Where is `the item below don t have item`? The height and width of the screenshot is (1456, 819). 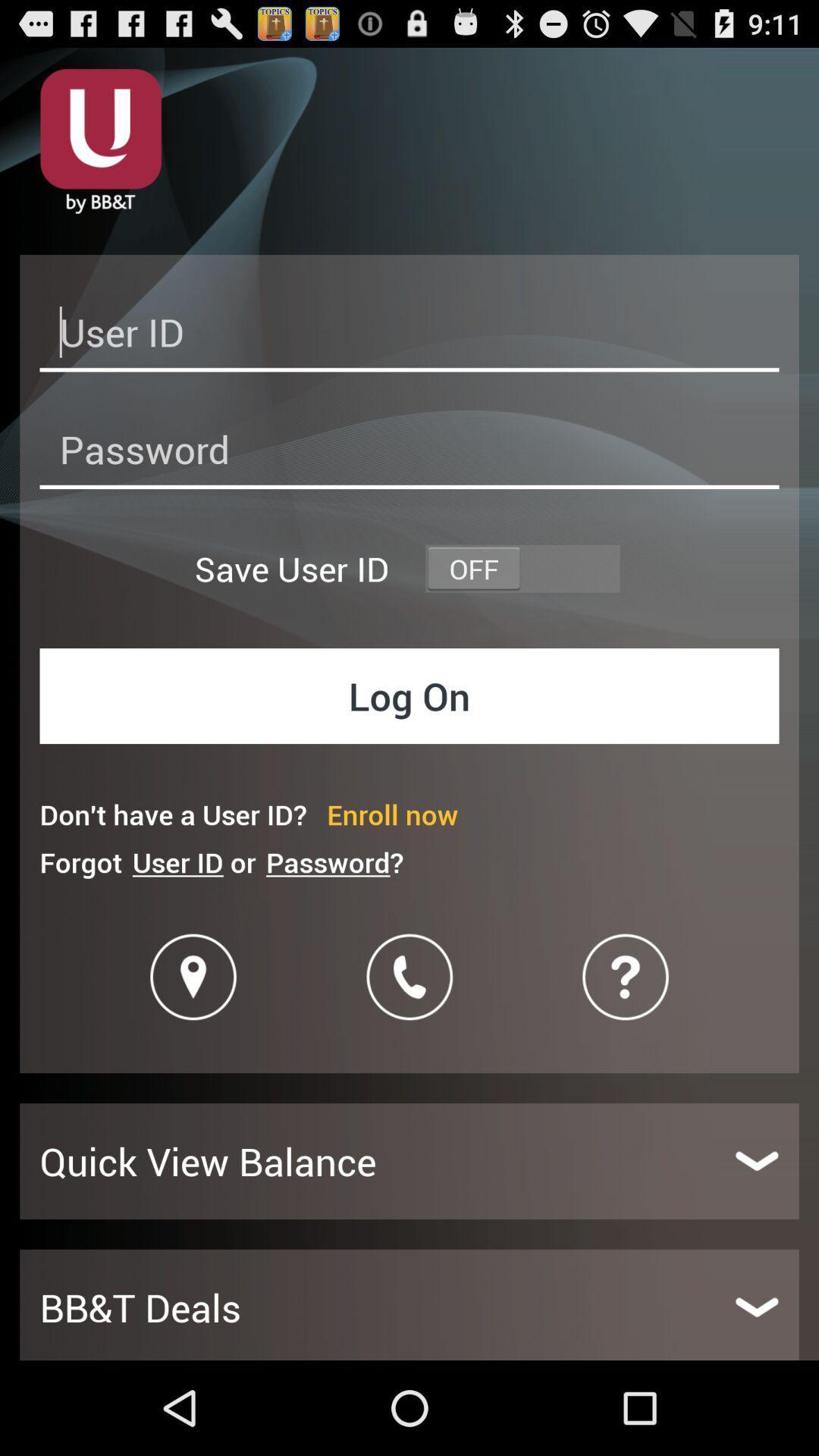
the item below don t have item is located at coordinates (334, 862).